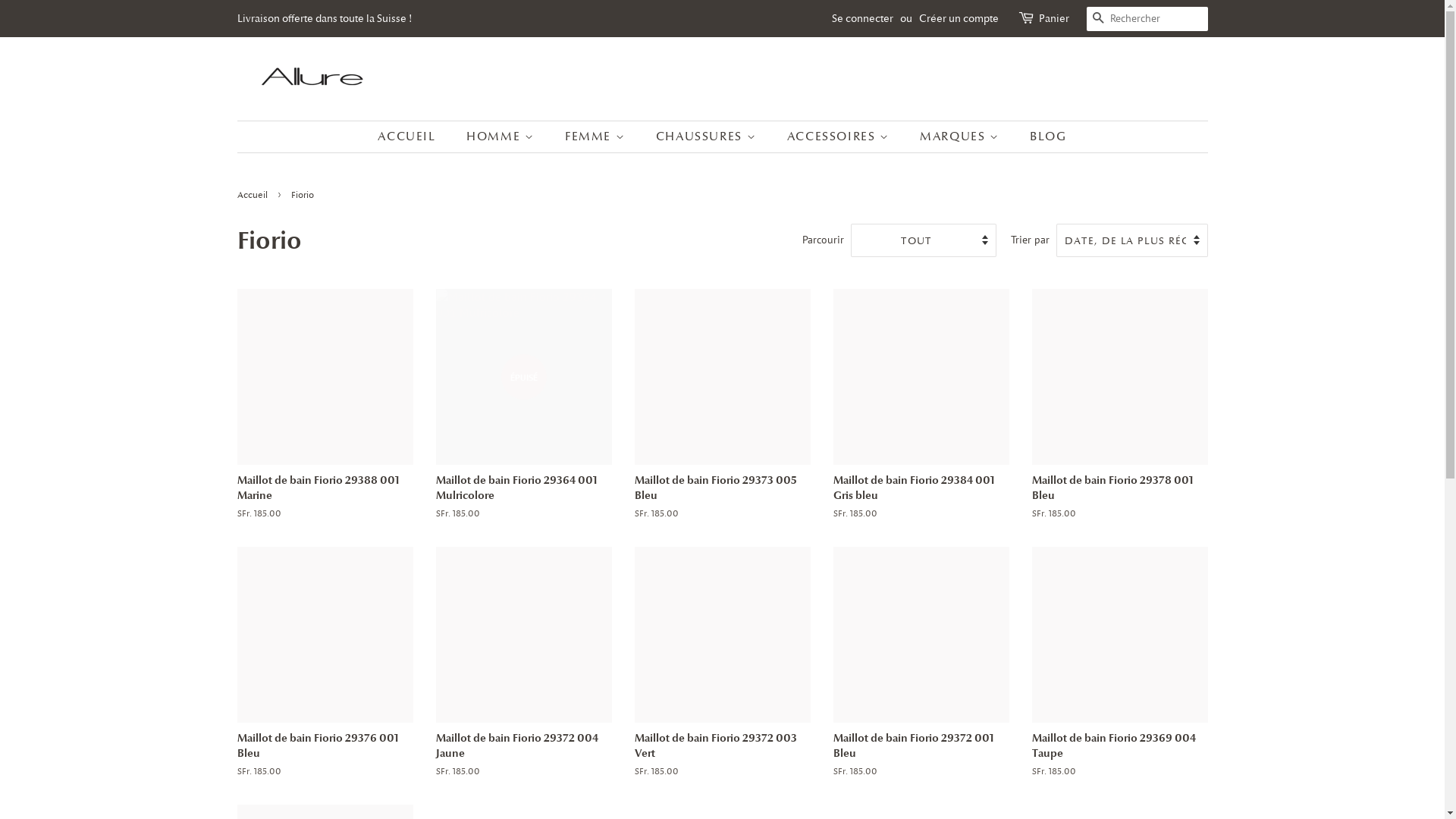 This screenshot has height=819, width=1456. What do you see at coordinates (644, 136) in the screenshot?
I see `'CHAUSSURES'` at bounding box center [644, 136].